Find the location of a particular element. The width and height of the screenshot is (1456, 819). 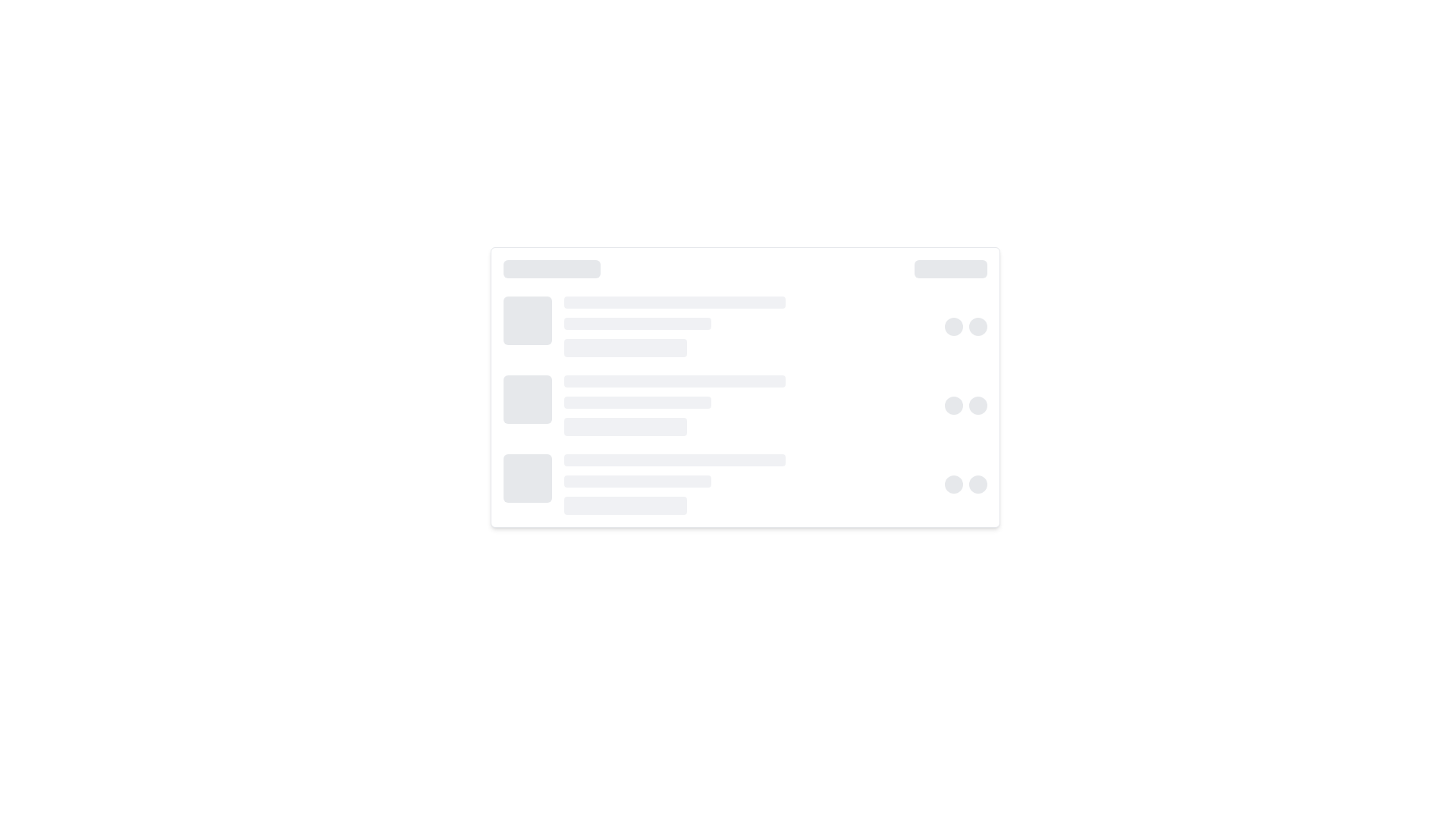

the leftmost circular visual marker element in the bottom-right section of the interface is located at coordinates (952, 485).